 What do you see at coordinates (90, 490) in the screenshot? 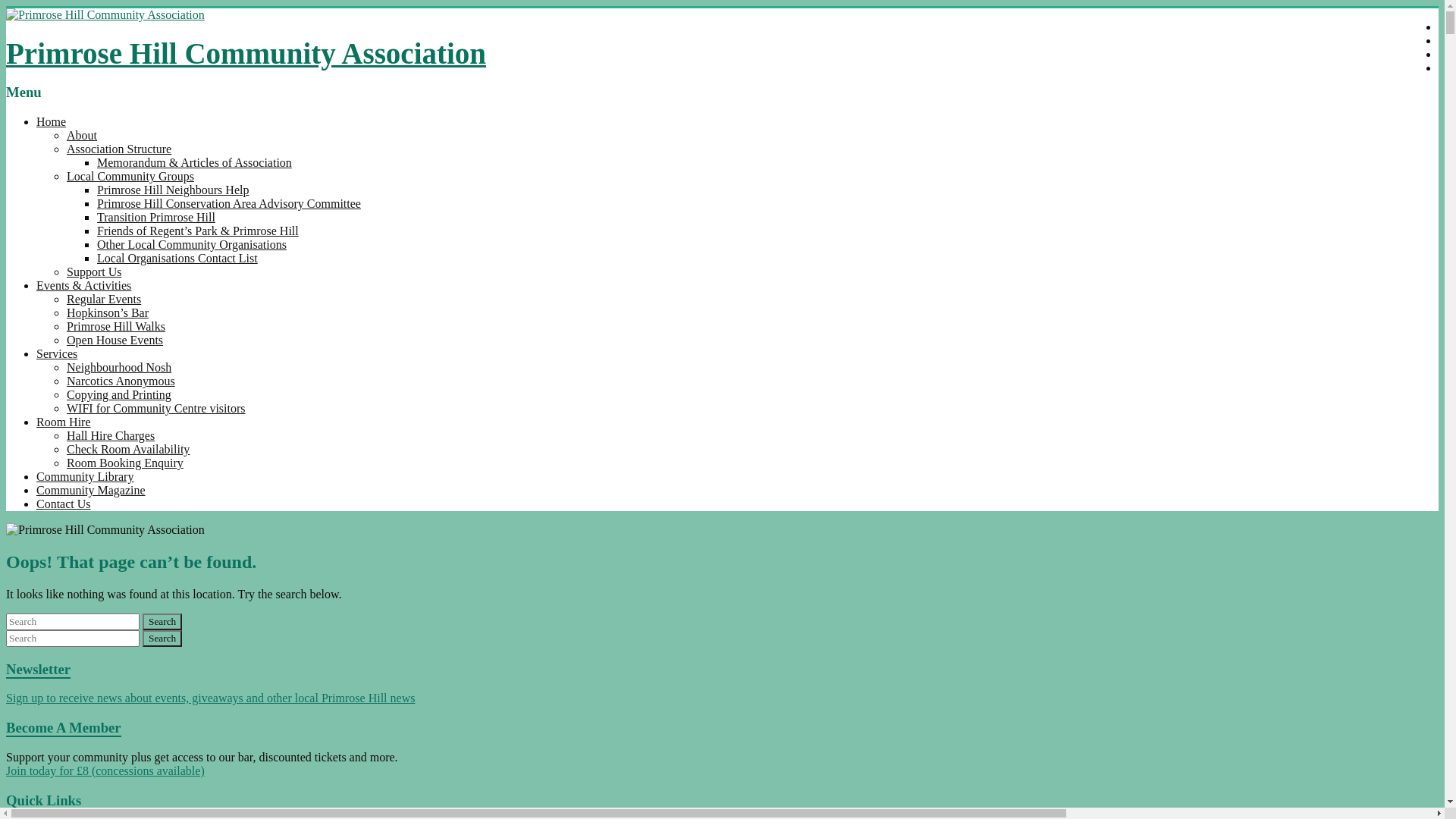
I see `'Community Magazine'` at bounding box center [90, 490].